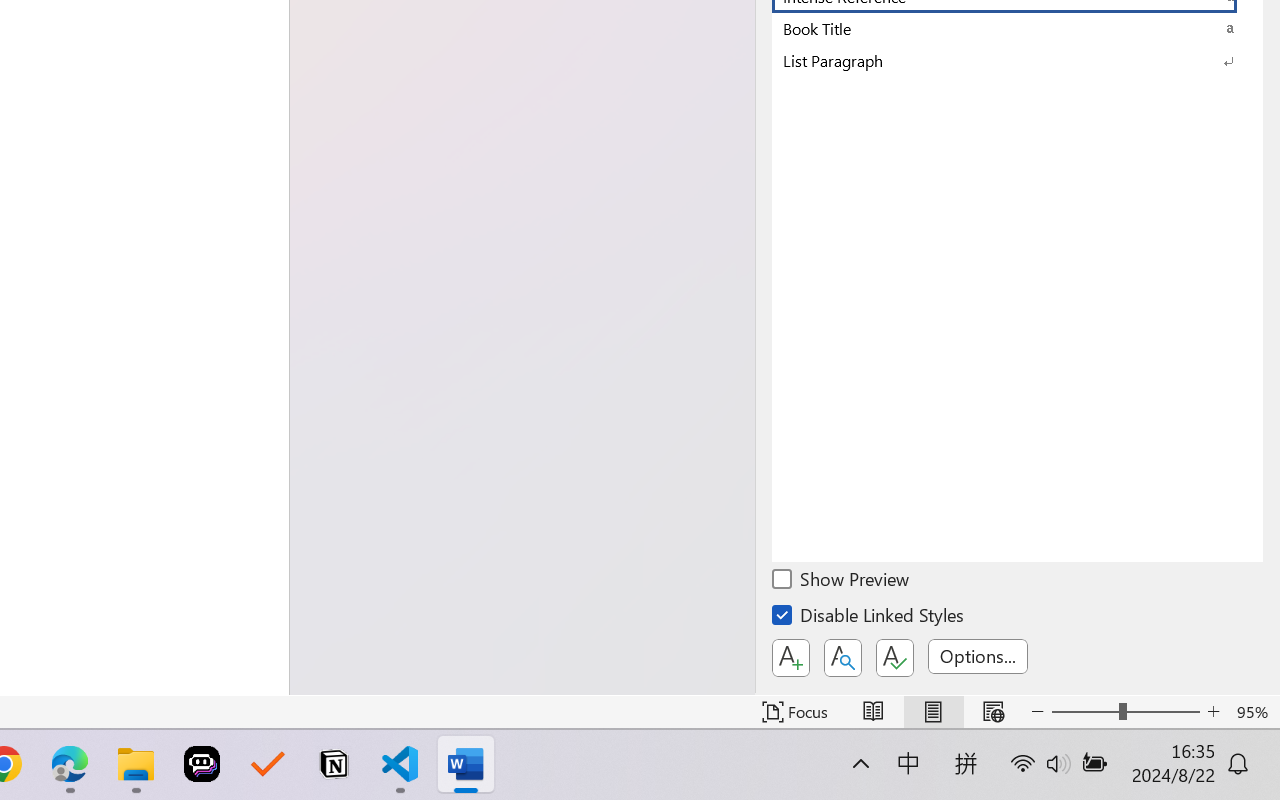 Image resolution: width=1280 pixels, height=800 pixels. What do you see at coordinates (977, 655) in the screenshot?
I see `'Options...'` at bounding box center [977, 655].